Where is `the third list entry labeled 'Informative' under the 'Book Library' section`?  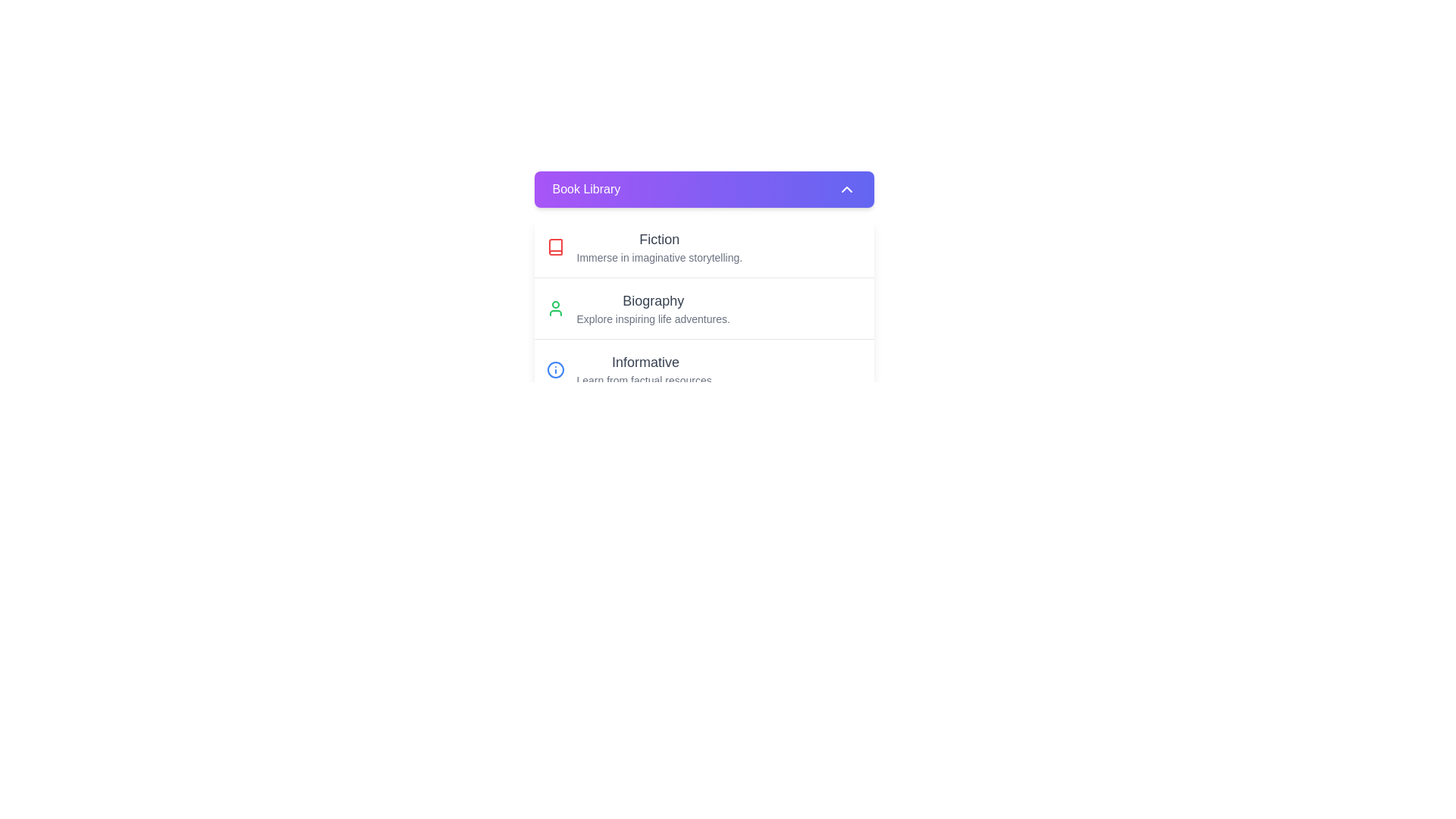
the third list entry labeled 'Informative' under the 'Book Library' section is located at coordinates (703, 369).